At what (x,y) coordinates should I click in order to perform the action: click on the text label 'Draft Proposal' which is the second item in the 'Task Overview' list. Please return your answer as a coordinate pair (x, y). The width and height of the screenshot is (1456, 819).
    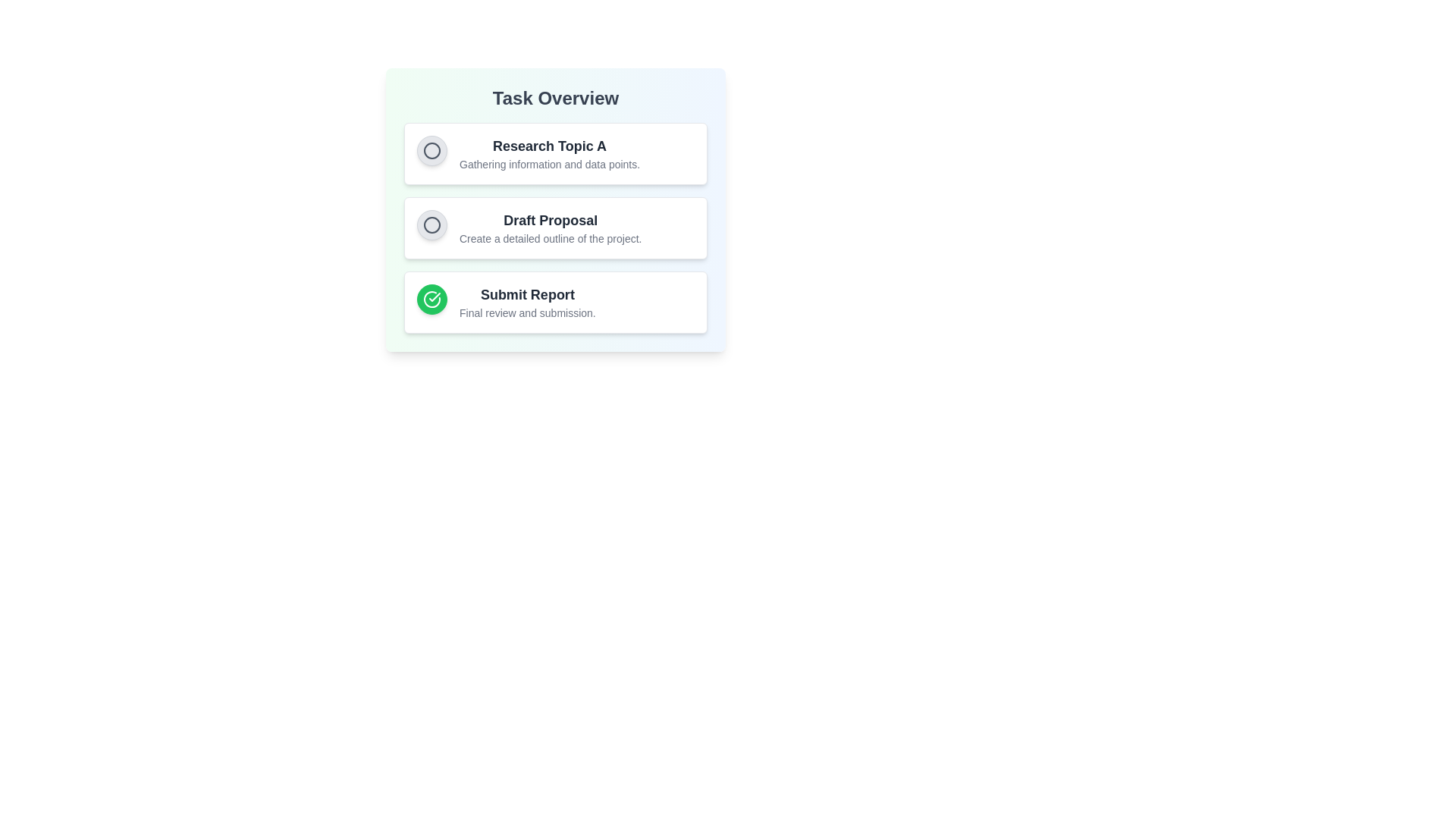
    Looking at the image, I should click on (550, 220).